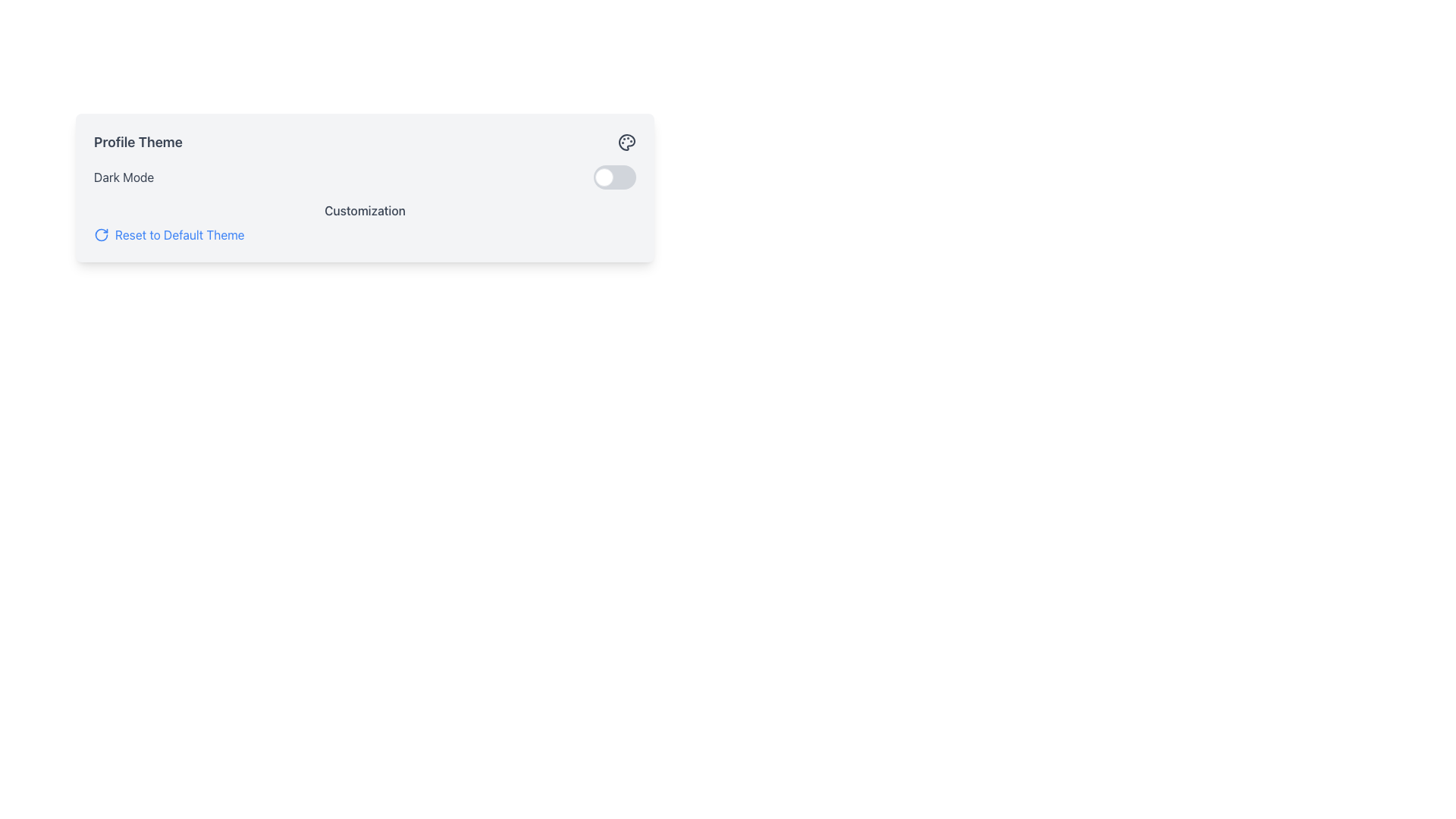 The image size is (1456, 819). I want to click on the interactive hyperlink with an icon in the 'Customization' section to reset the theme settings to the default configuration, so click(169, 234).